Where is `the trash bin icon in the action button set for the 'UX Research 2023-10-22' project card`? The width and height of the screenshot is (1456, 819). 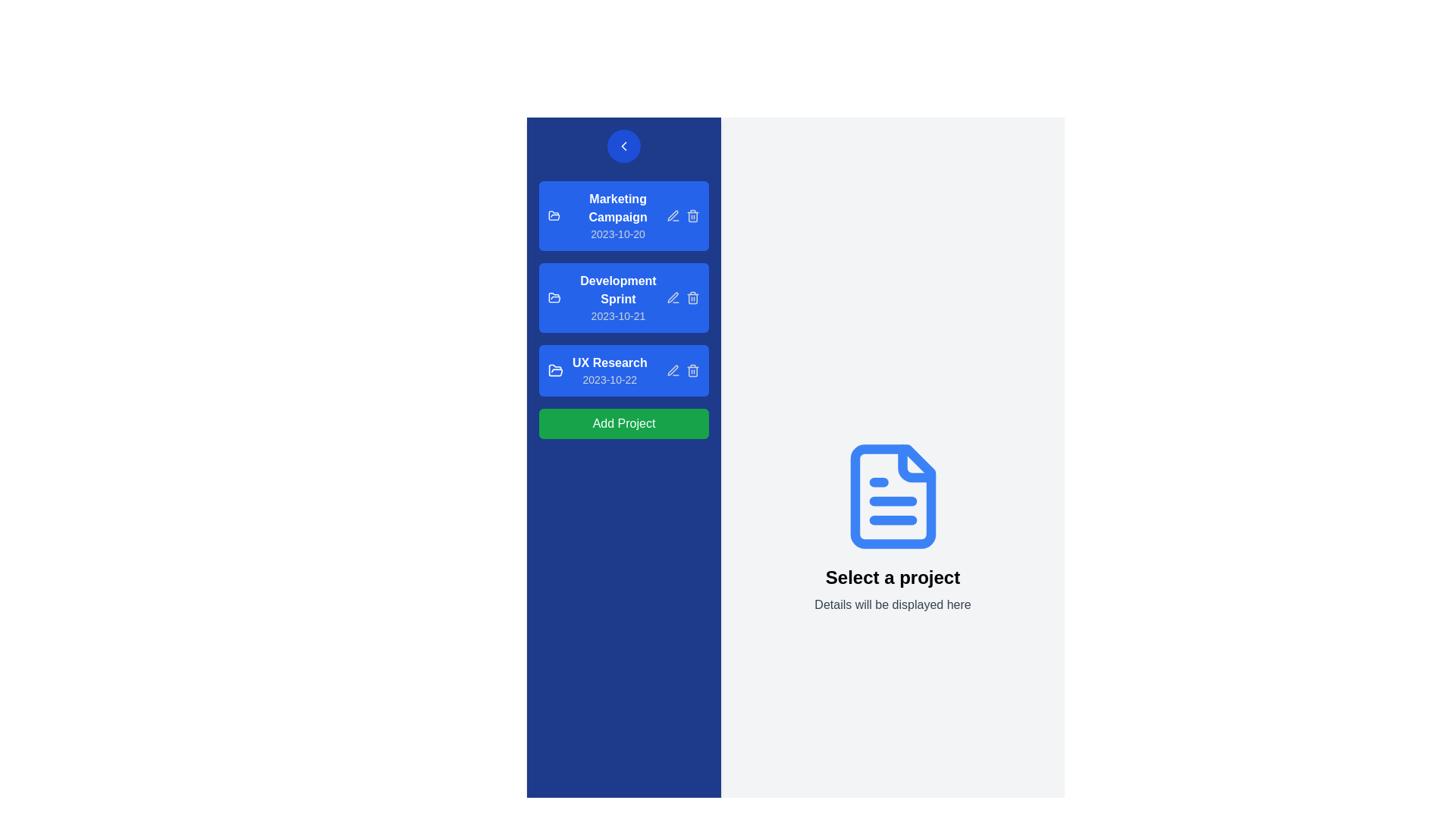
the trash bin icon in the action button set for the 'UX Research 2023-10-22' project card is located at coordinates (682, 371).